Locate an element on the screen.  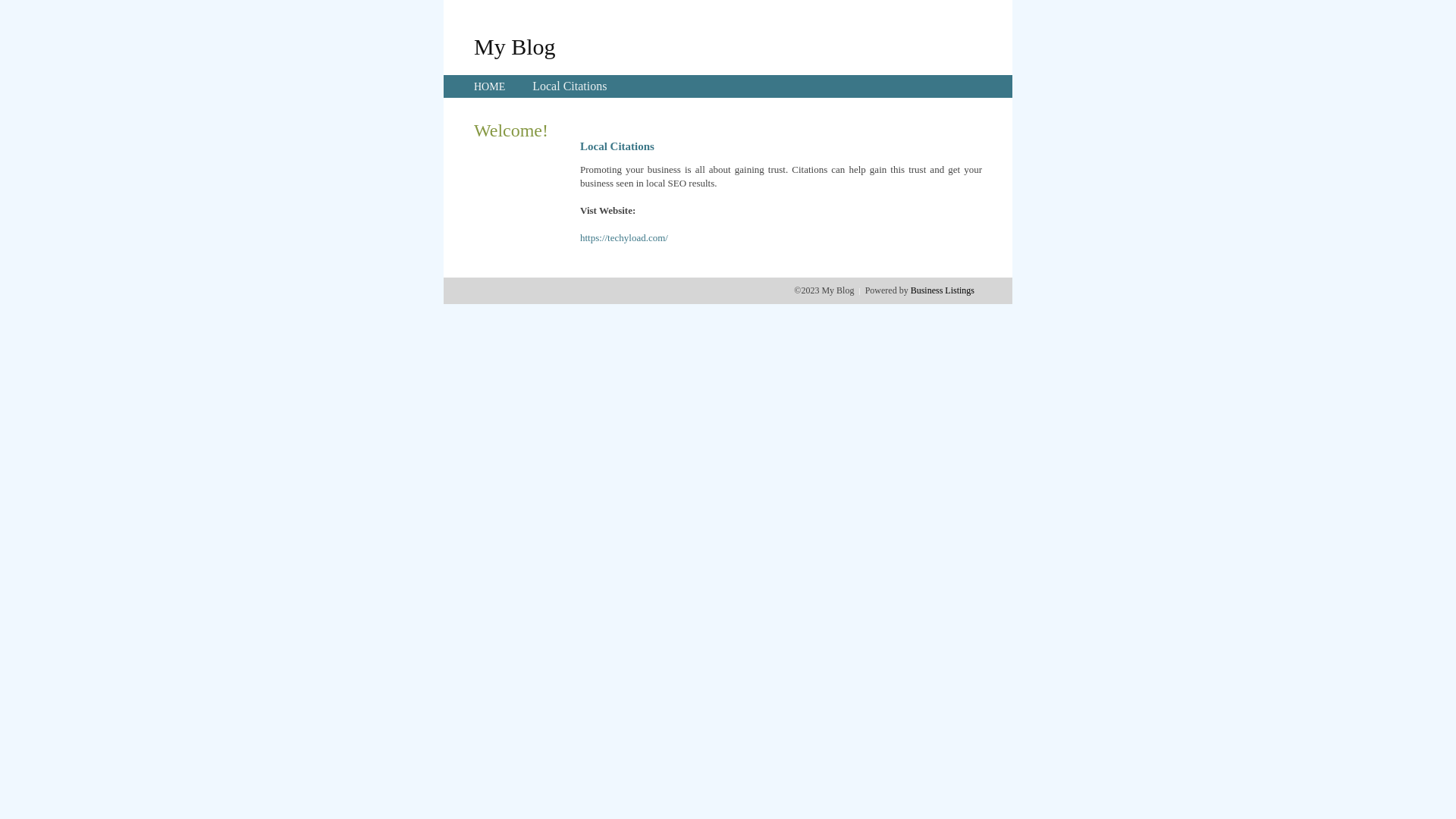
'https://techyload.com/' is located at coordinates (579, 237).